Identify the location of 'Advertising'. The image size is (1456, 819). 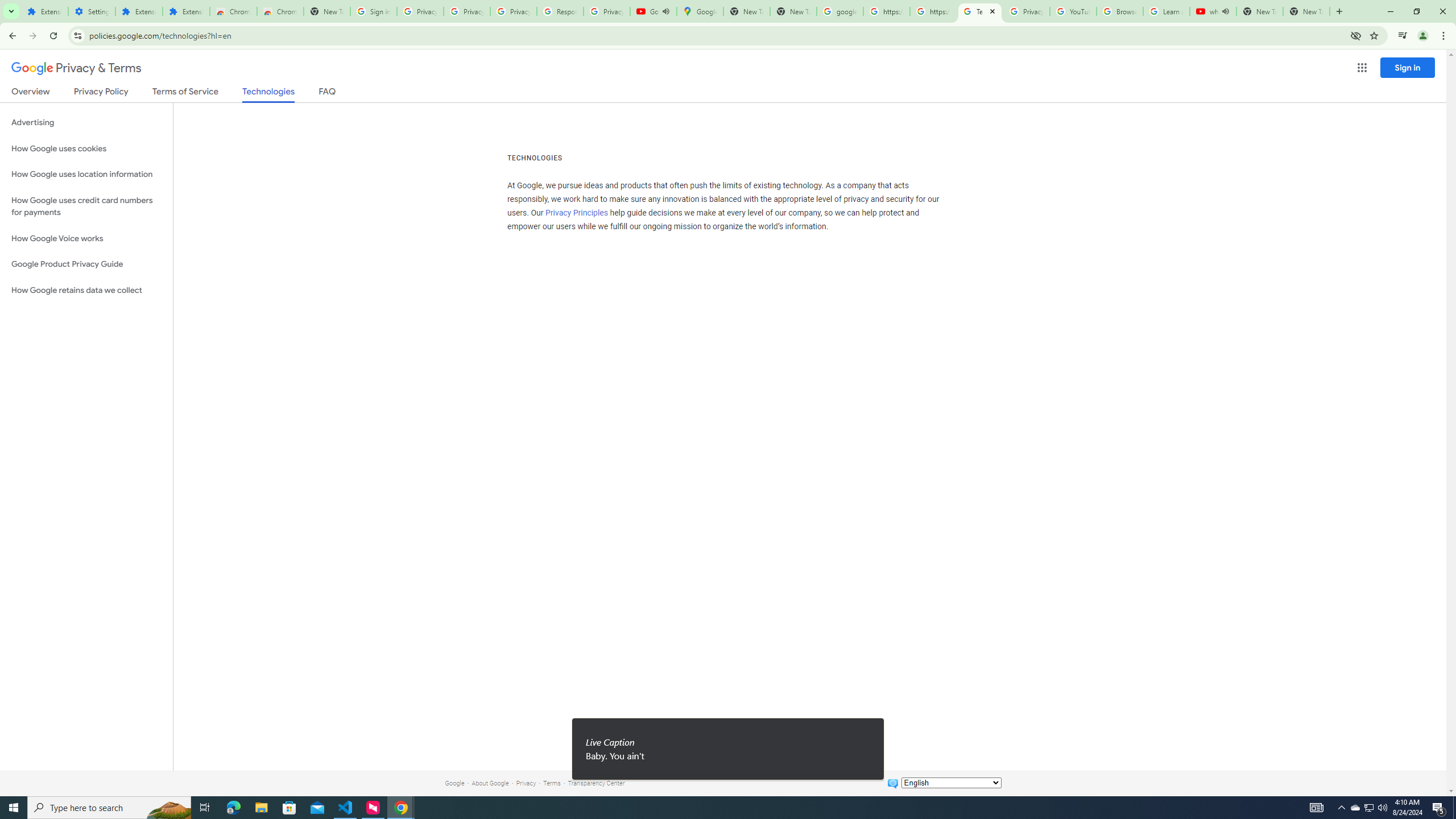
(86, 122).